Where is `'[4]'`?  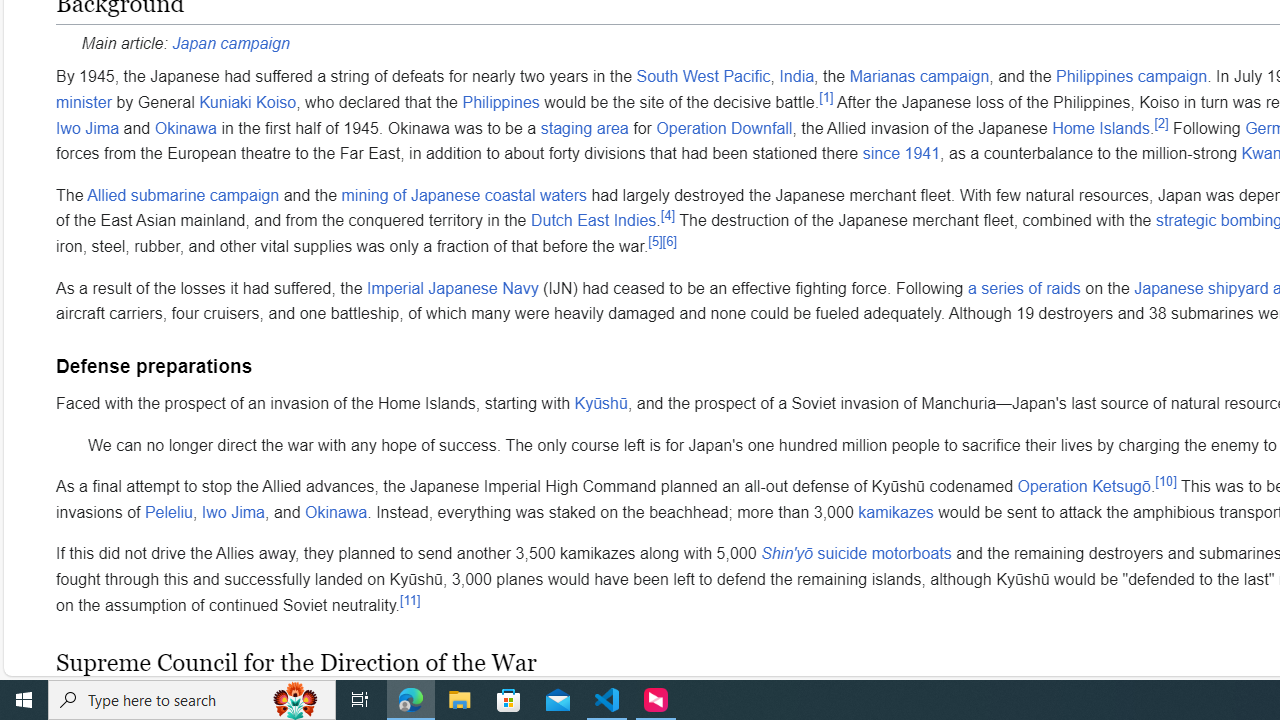 '[4]' is located at coordinates (668, 216).